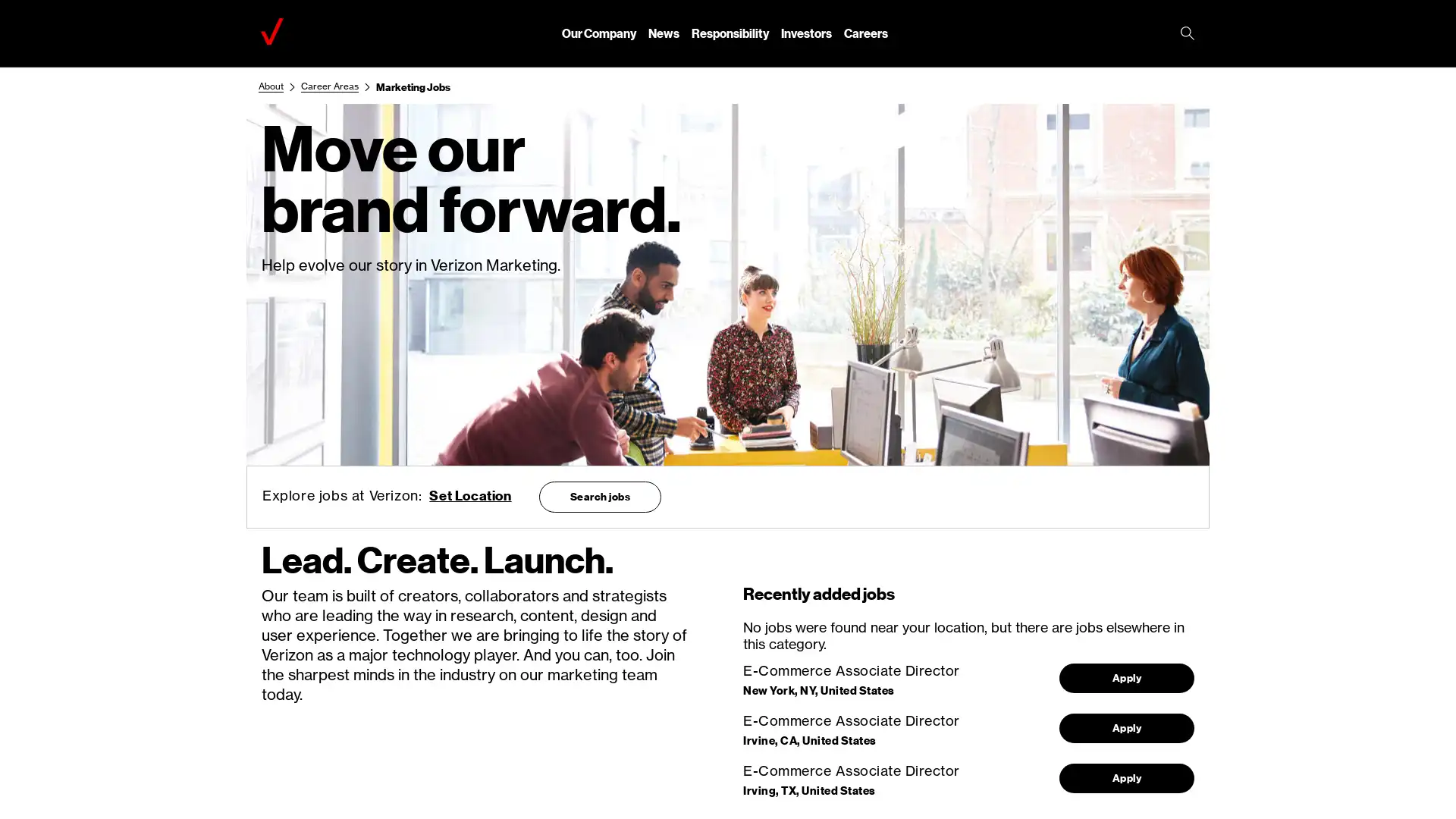 Image resolution: width=1456 pixels, height=819 pixels. What do you see at coordinates (805, 33) in the screenshot?
I see `Investors Menu List` at bounding box center [805, 33].